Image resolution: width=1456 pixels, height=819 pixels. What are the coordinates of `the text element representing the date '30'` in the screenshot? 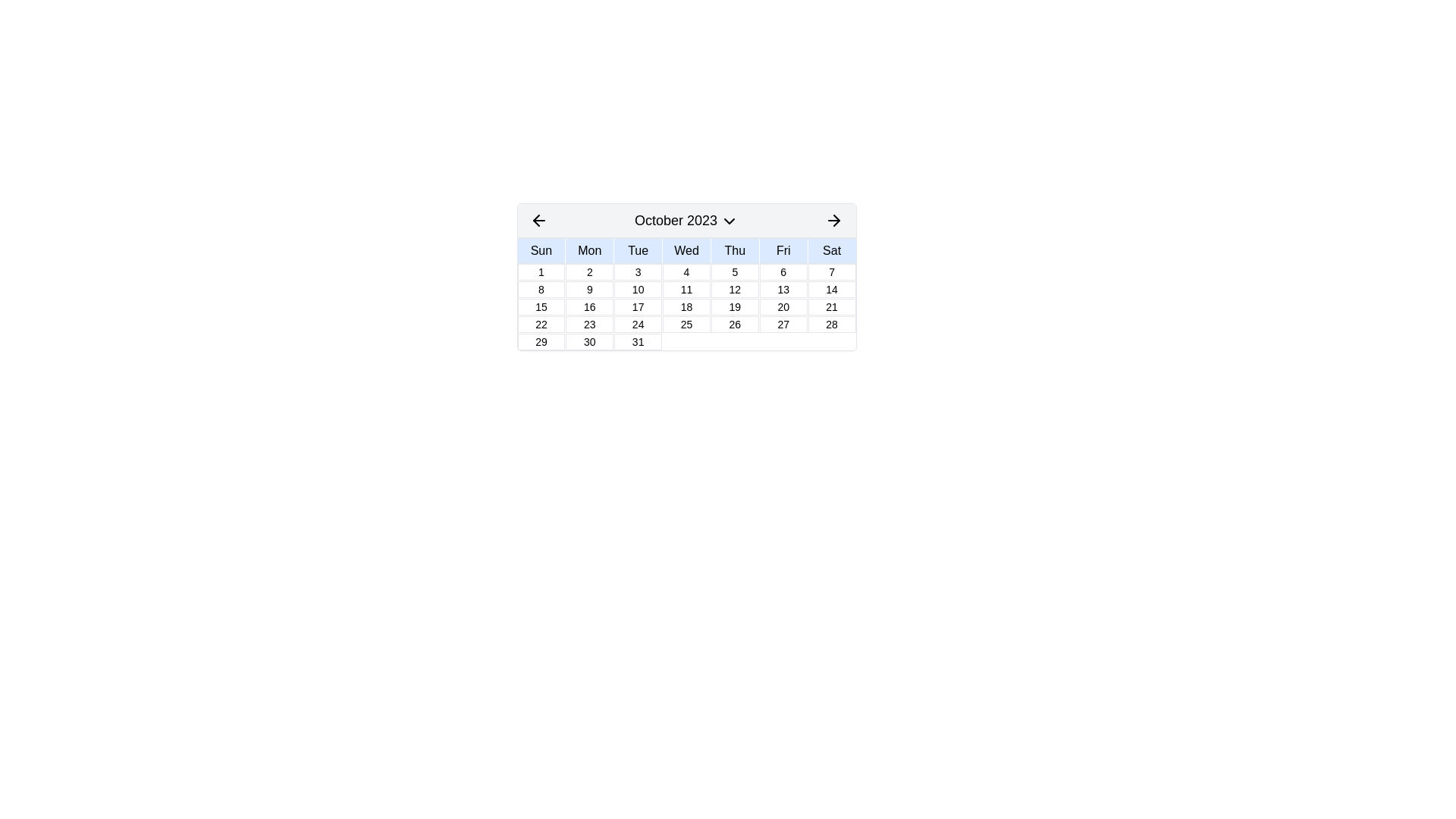 It's located at (588, 342).